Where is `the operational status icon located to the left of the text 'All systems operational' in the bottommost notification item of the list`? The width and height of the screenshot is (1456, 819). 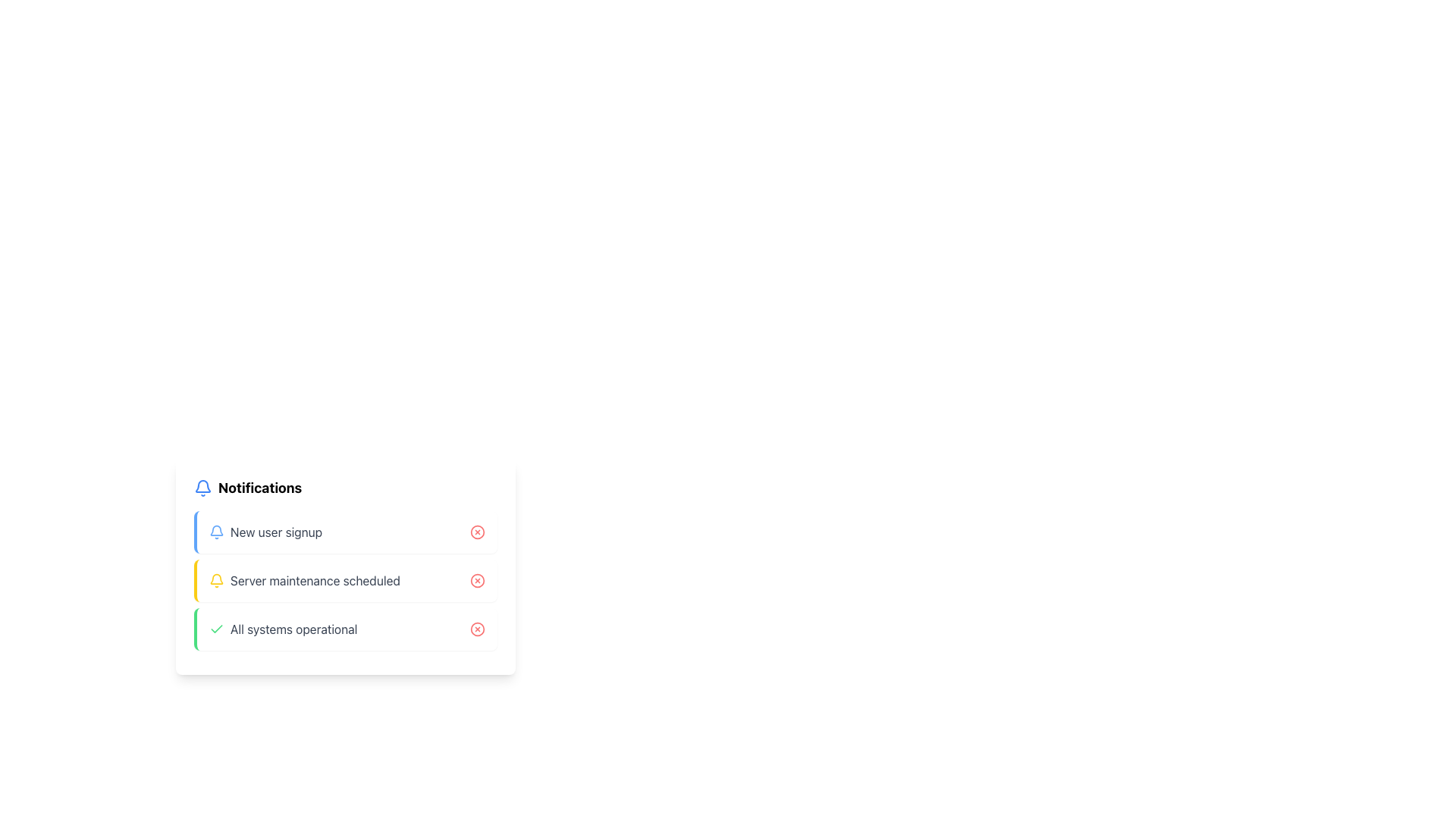
the operational status icon located to the left of the text 'All systems operational' in the bottommost notification item of the list is located at coordinates (216, 629).